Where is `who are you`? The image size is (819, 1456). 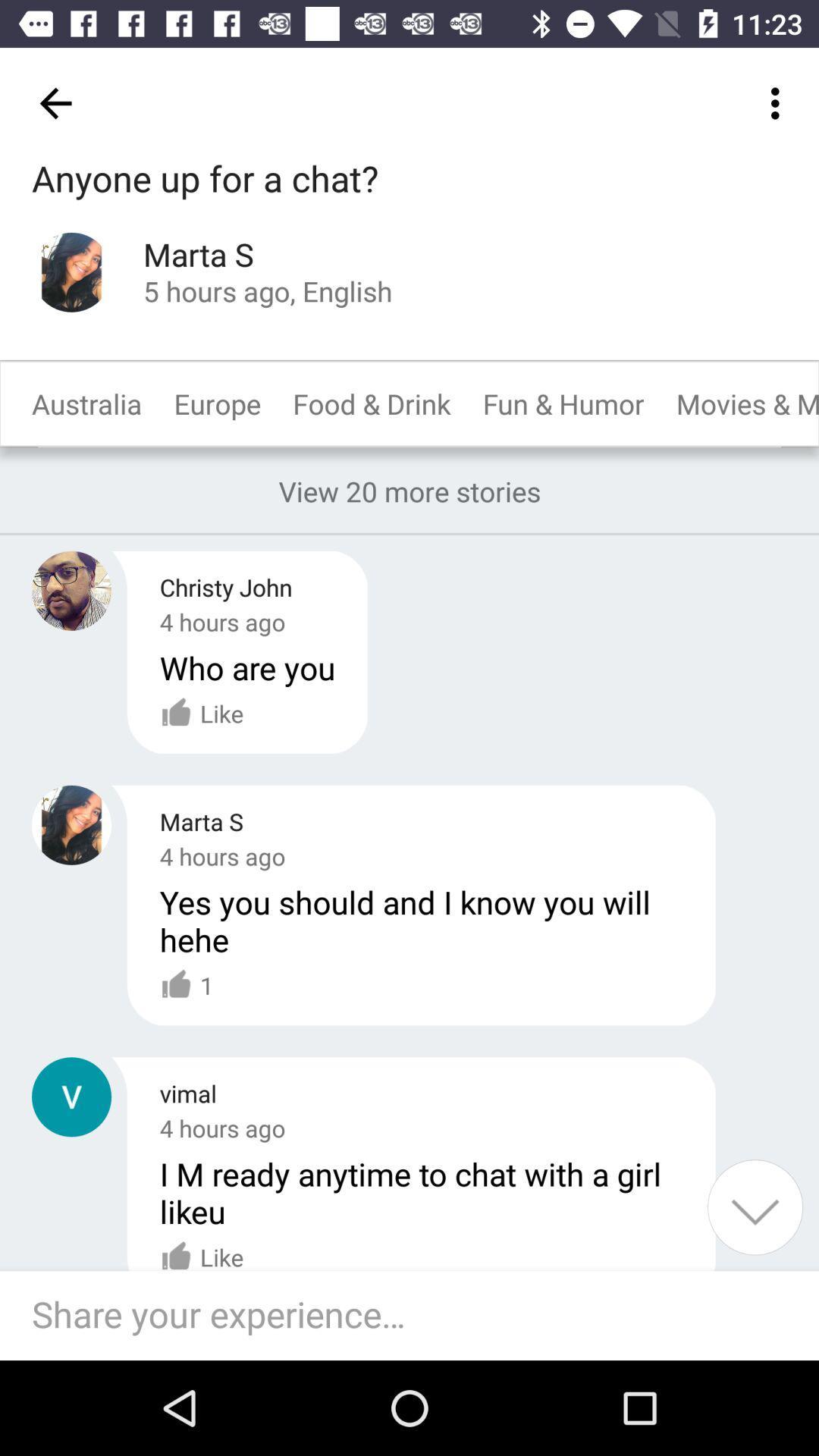
who are you is located at coordinates (247, 667).